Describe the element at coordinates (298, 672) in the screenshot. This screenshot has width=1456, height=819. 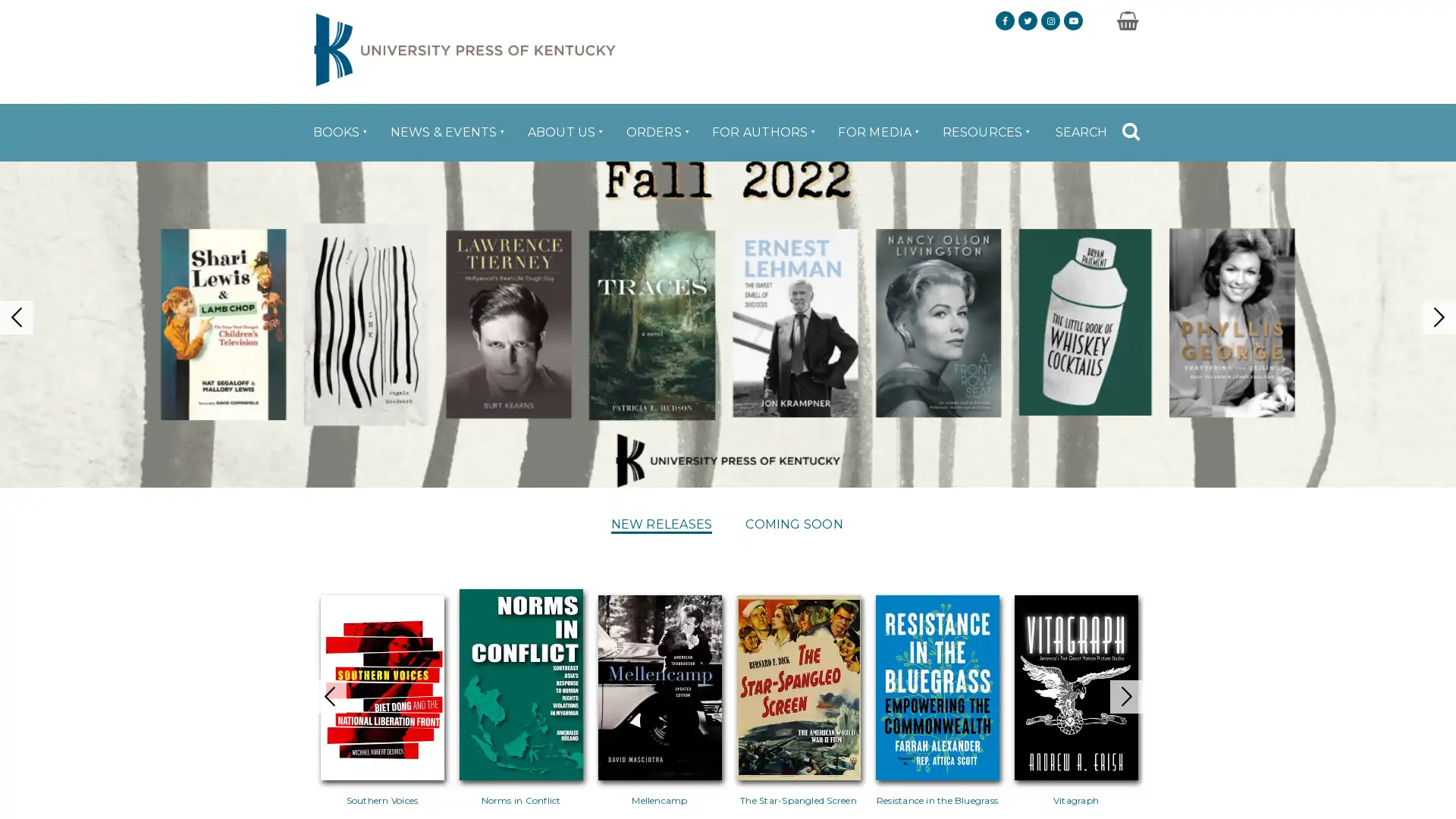
I see `Previous` at that location.